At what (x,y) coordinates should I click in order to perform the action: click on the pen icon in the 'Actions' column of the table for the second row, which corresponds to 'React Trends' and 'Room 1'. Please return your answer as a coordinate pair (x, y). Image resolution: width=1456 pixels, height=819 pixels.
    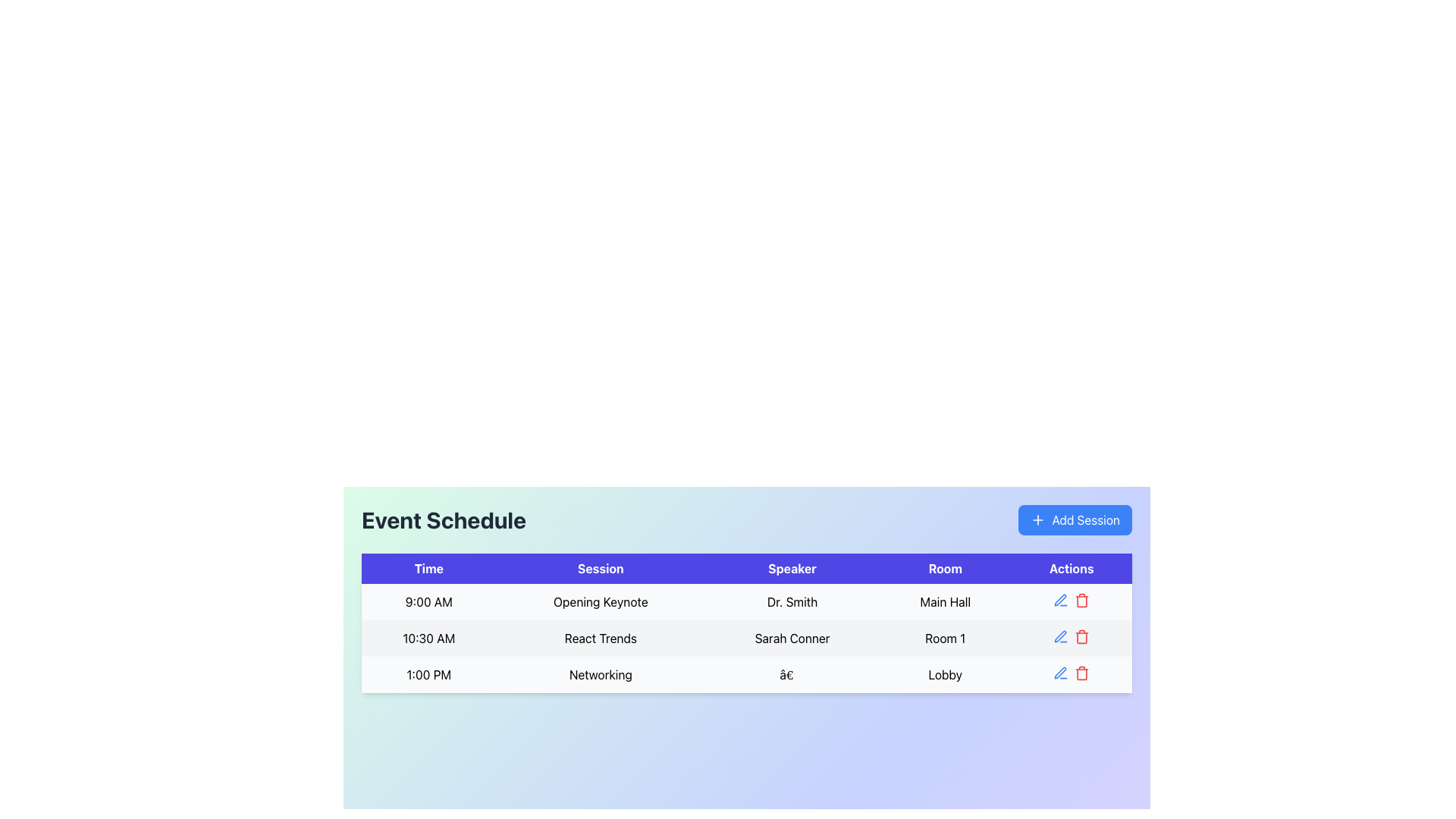
    Looking at the image, I should click on (1059, 672).